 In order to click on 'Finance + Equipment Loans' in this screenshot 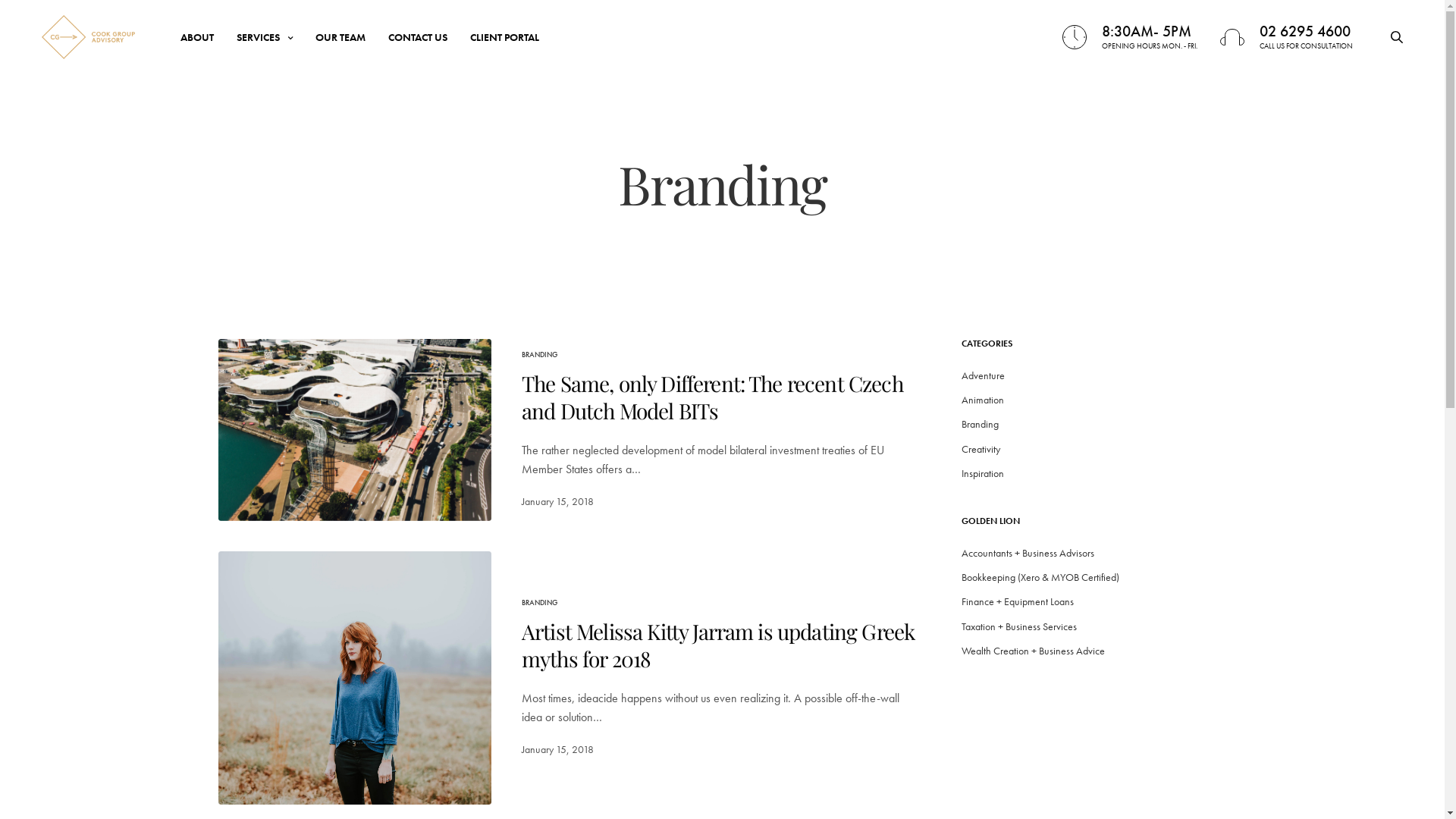, I will do `click(1018, 601)`.